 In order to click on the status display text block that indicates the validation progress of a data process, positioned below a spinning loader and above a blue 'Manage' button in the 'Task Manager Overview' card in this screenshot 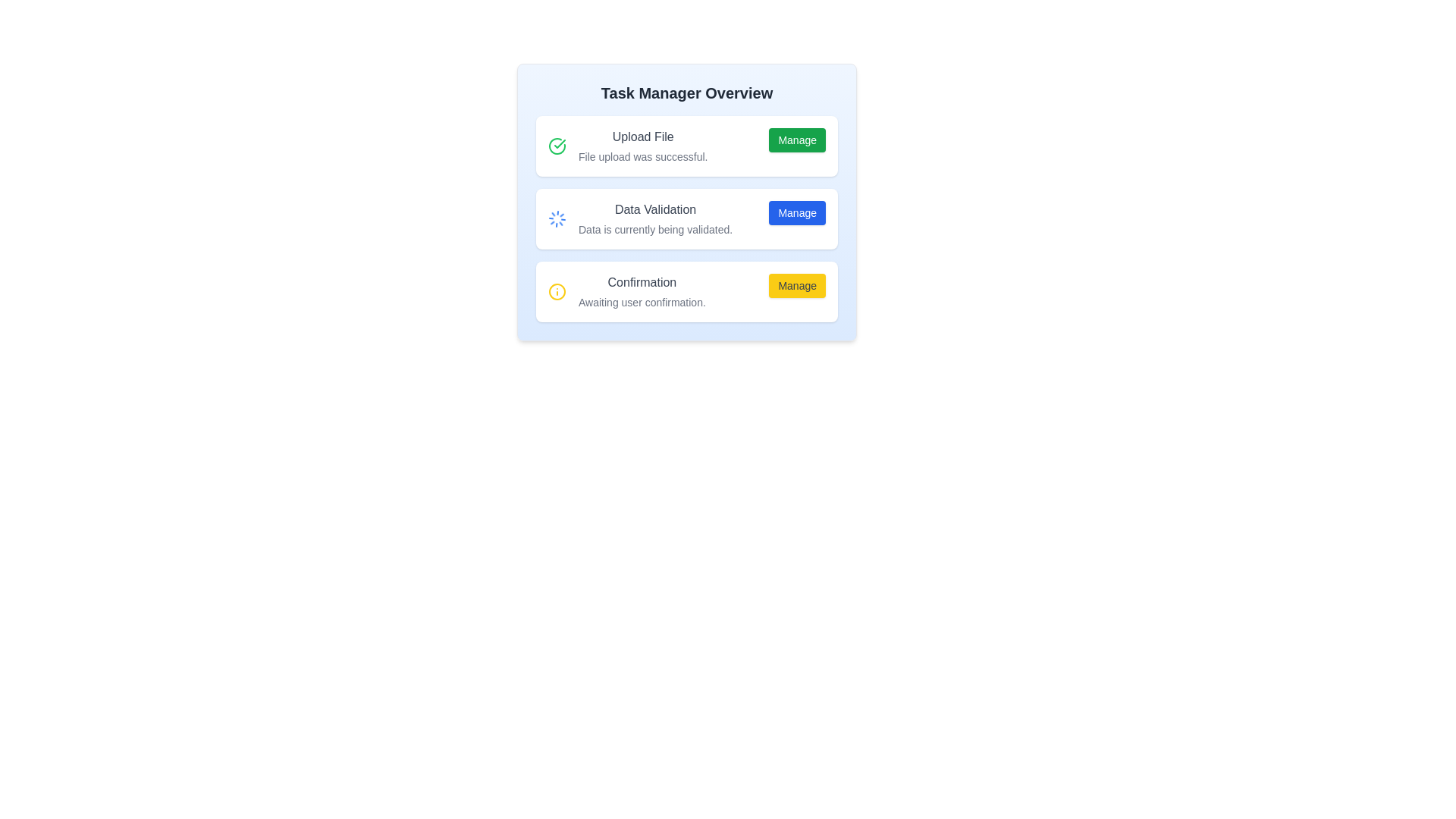, I will do `click(655, 219)`.